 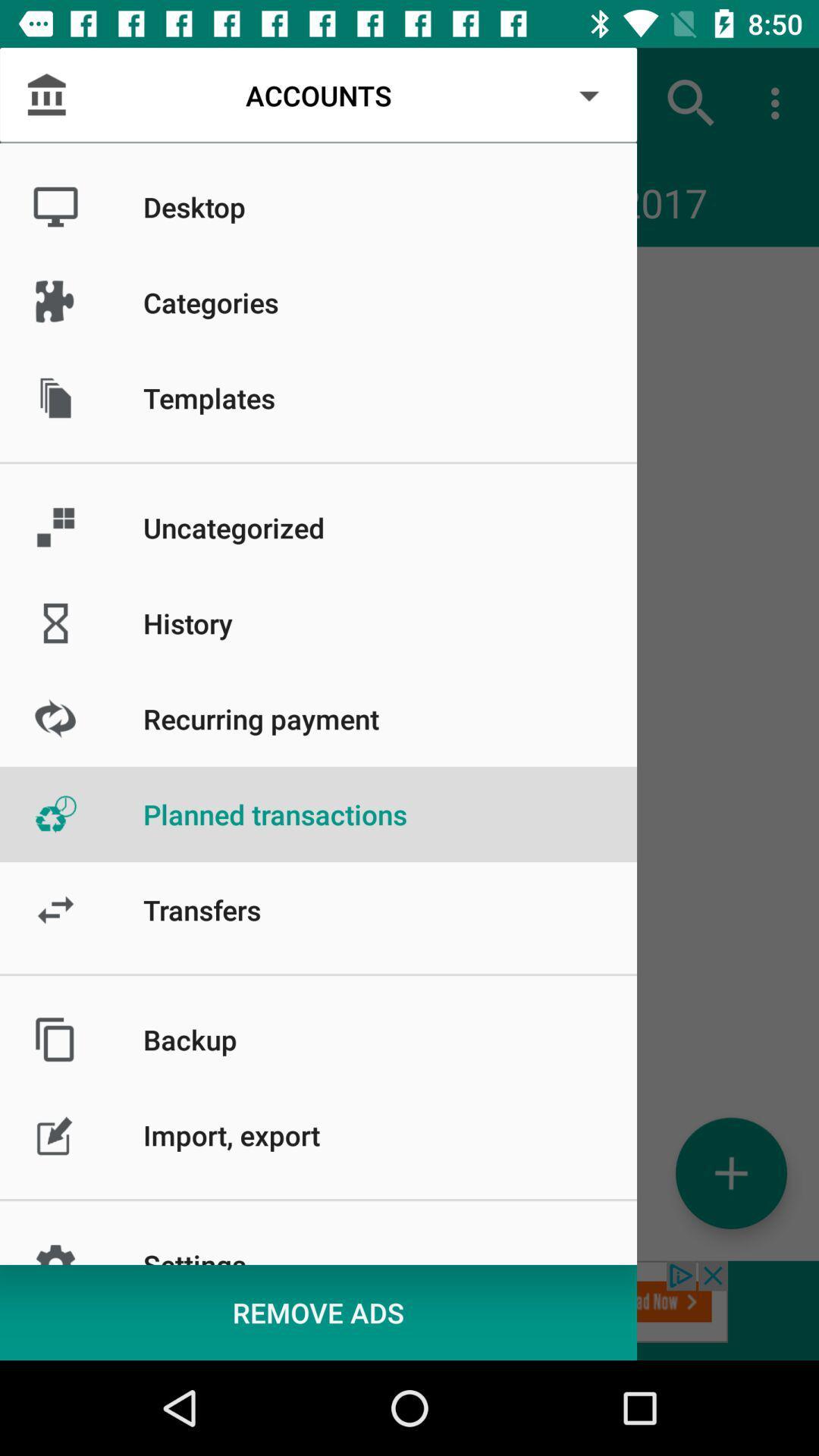 I want to click on the add icon, so click(x=730, y=1172).